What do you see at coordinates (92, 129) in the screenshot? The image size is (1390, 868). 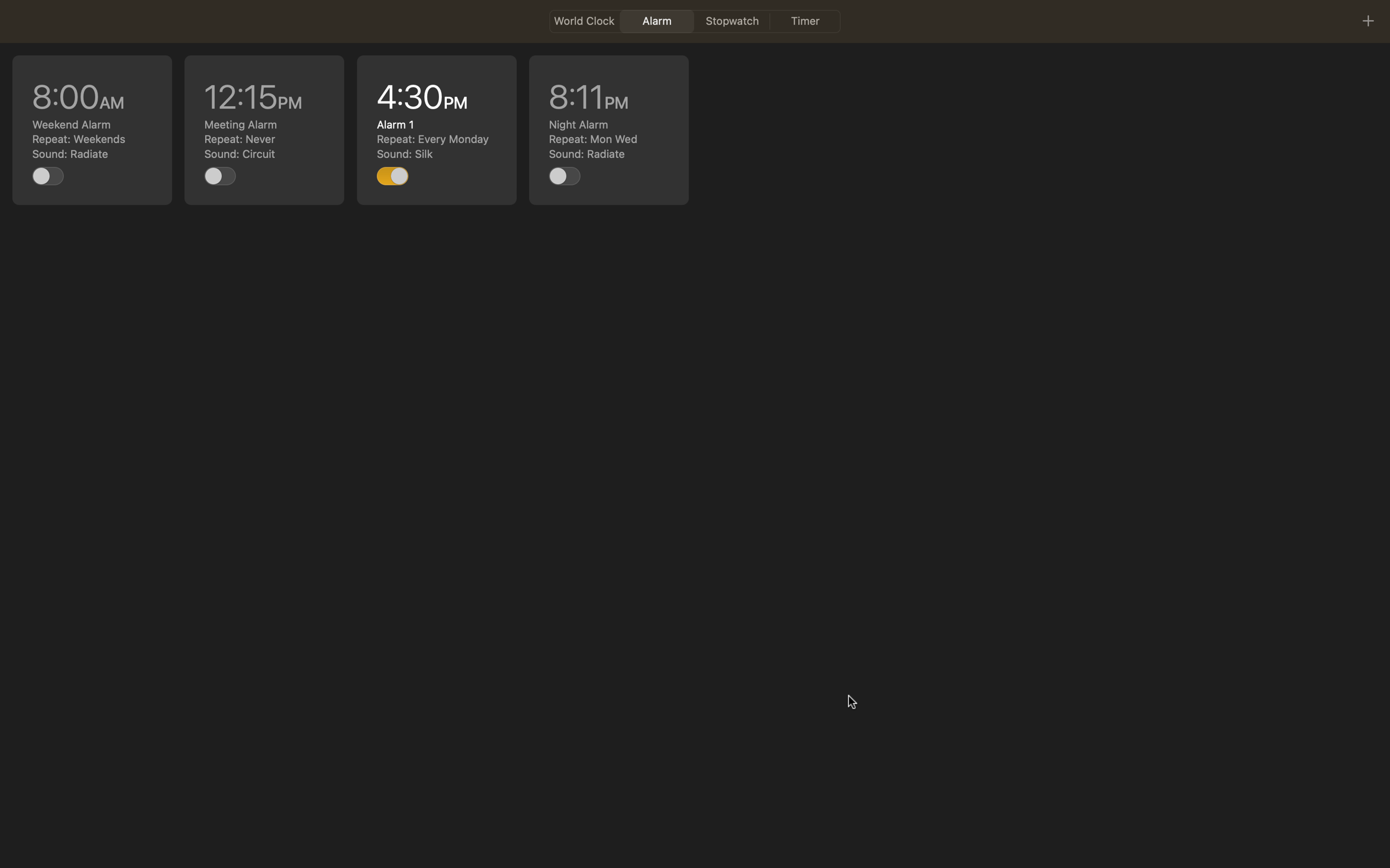 I see `Revise the 8am alert` at bounding box center [92, 129].